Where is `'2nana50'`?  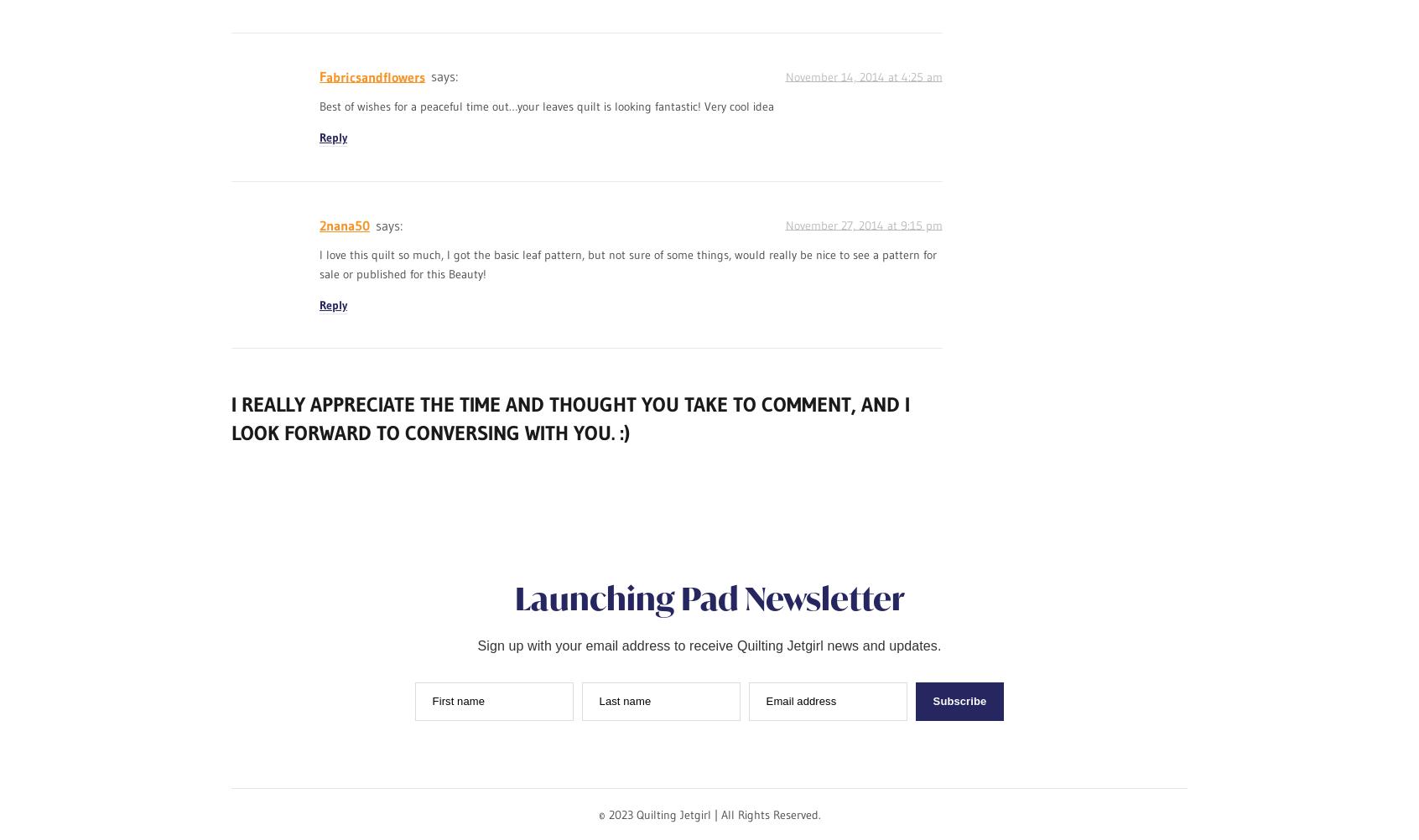 '2nana50' is located at coordinates (344, 224).